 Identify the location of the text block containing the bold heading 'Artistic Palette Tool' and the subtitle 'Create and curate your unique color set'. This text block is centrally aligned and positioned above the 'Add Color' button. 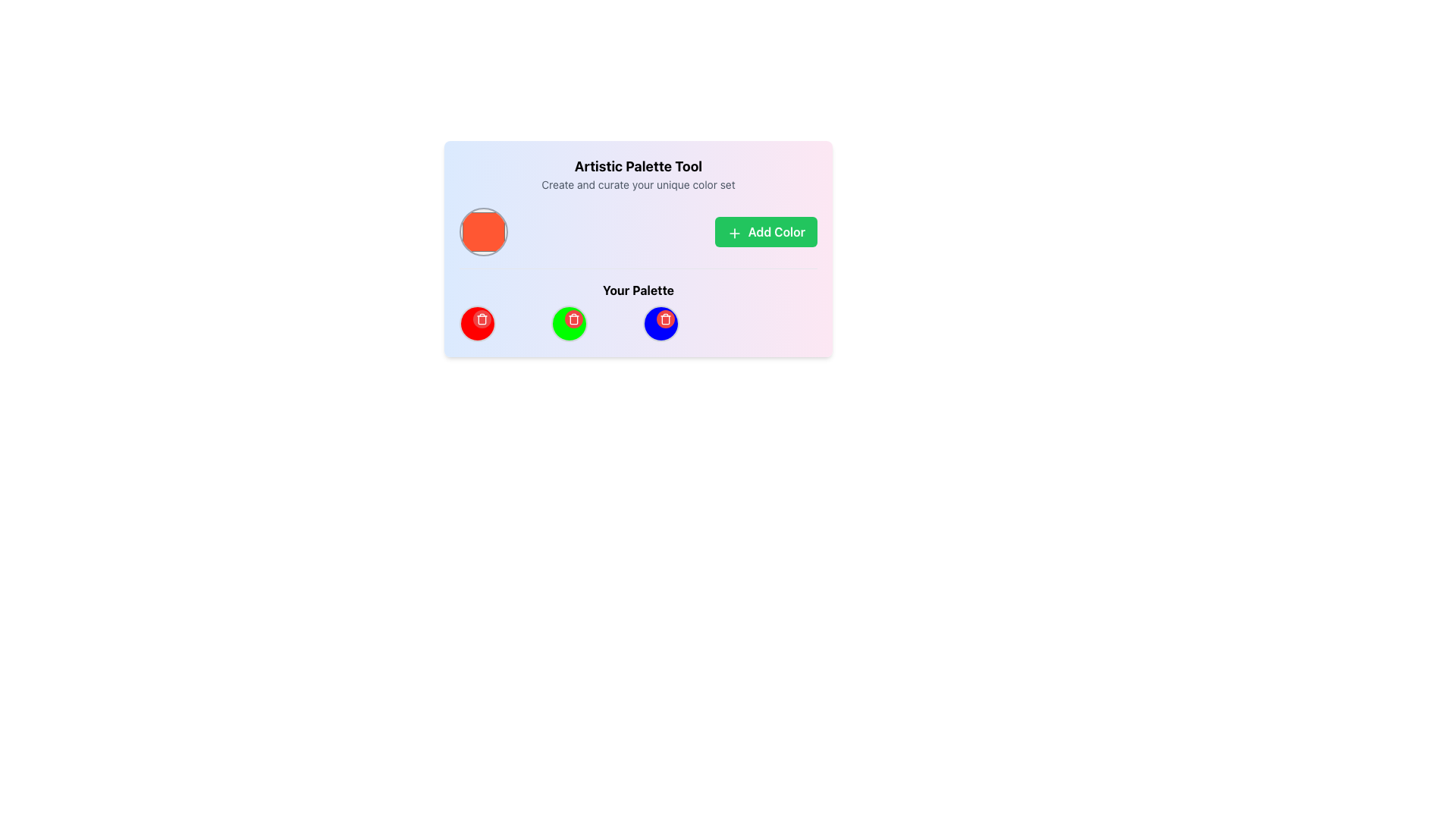
(638, 174).